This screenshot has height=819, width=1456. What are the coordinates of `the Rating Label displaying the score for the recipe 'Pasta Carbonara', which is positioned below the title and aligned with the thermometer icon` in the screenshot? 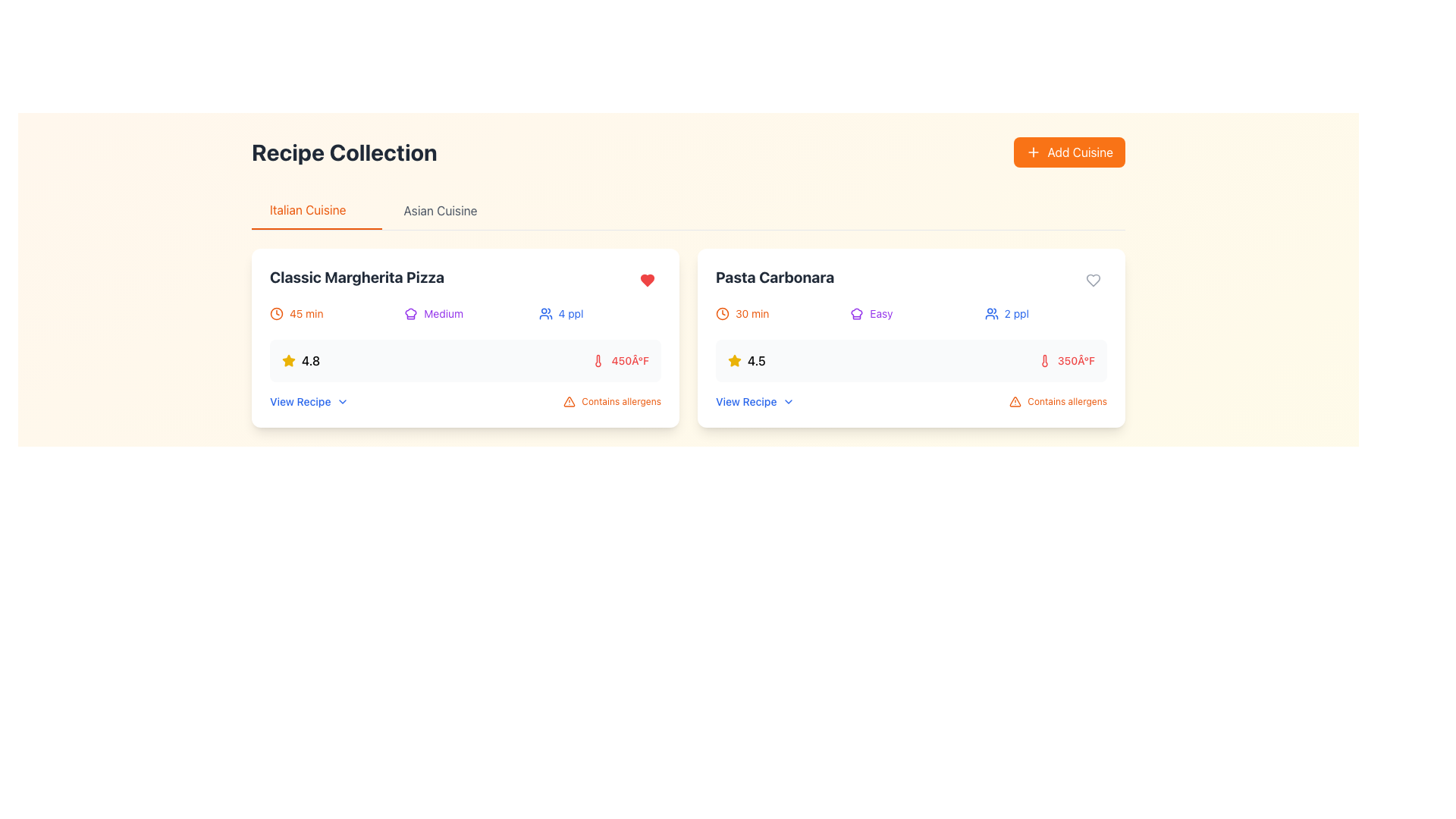 It's located at (746, 360).